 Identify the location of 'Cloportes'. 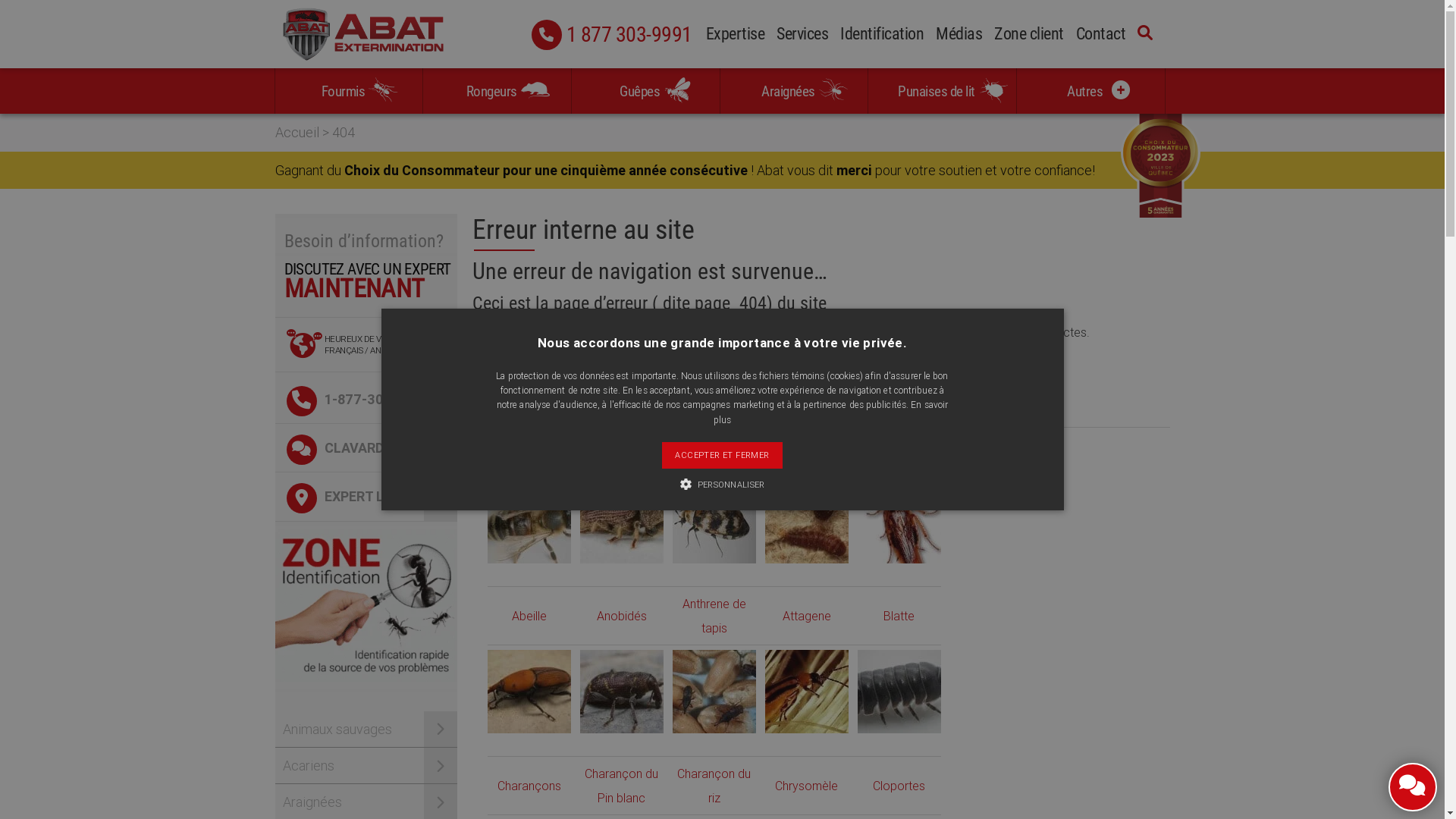
(899, 785).